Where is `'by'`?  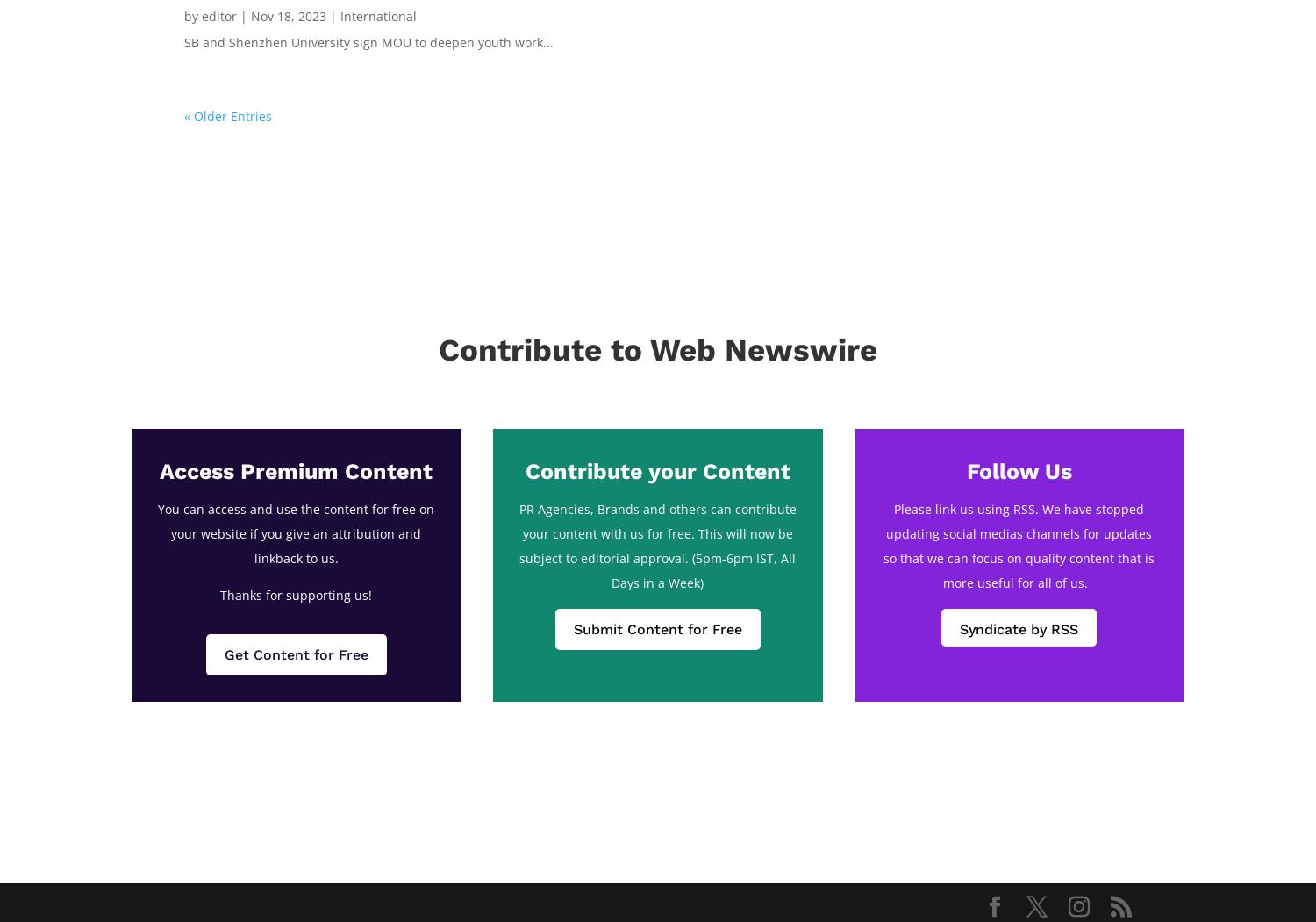 'by' is located at coordinates (192, 16).